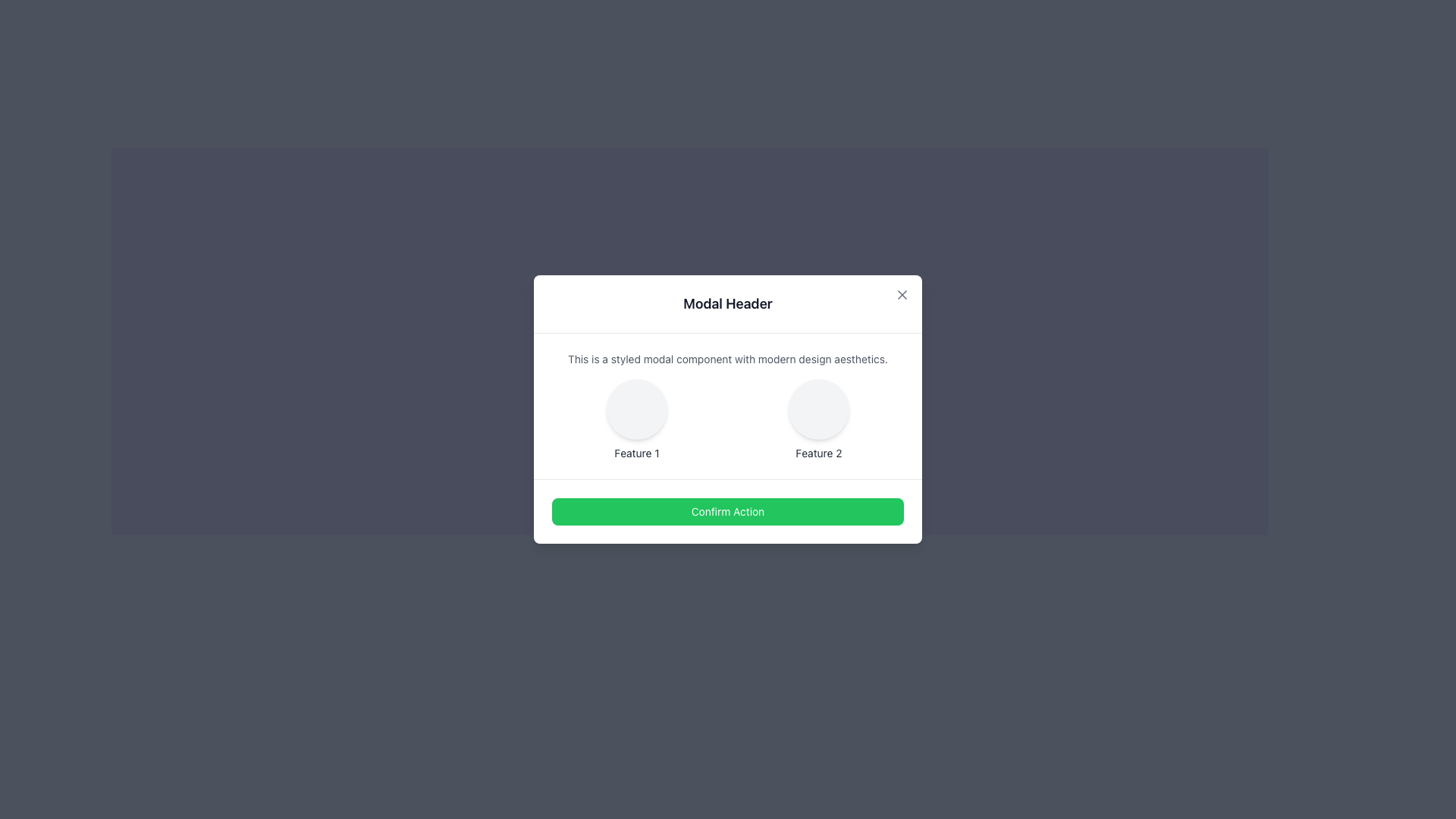 This screenshot has width=1456, height=819. Describe the element at coordinates (902, 295) in the screenshot. I see `the close button icon located at the top-right corner of the modal window for additional visual feedback` at that location.